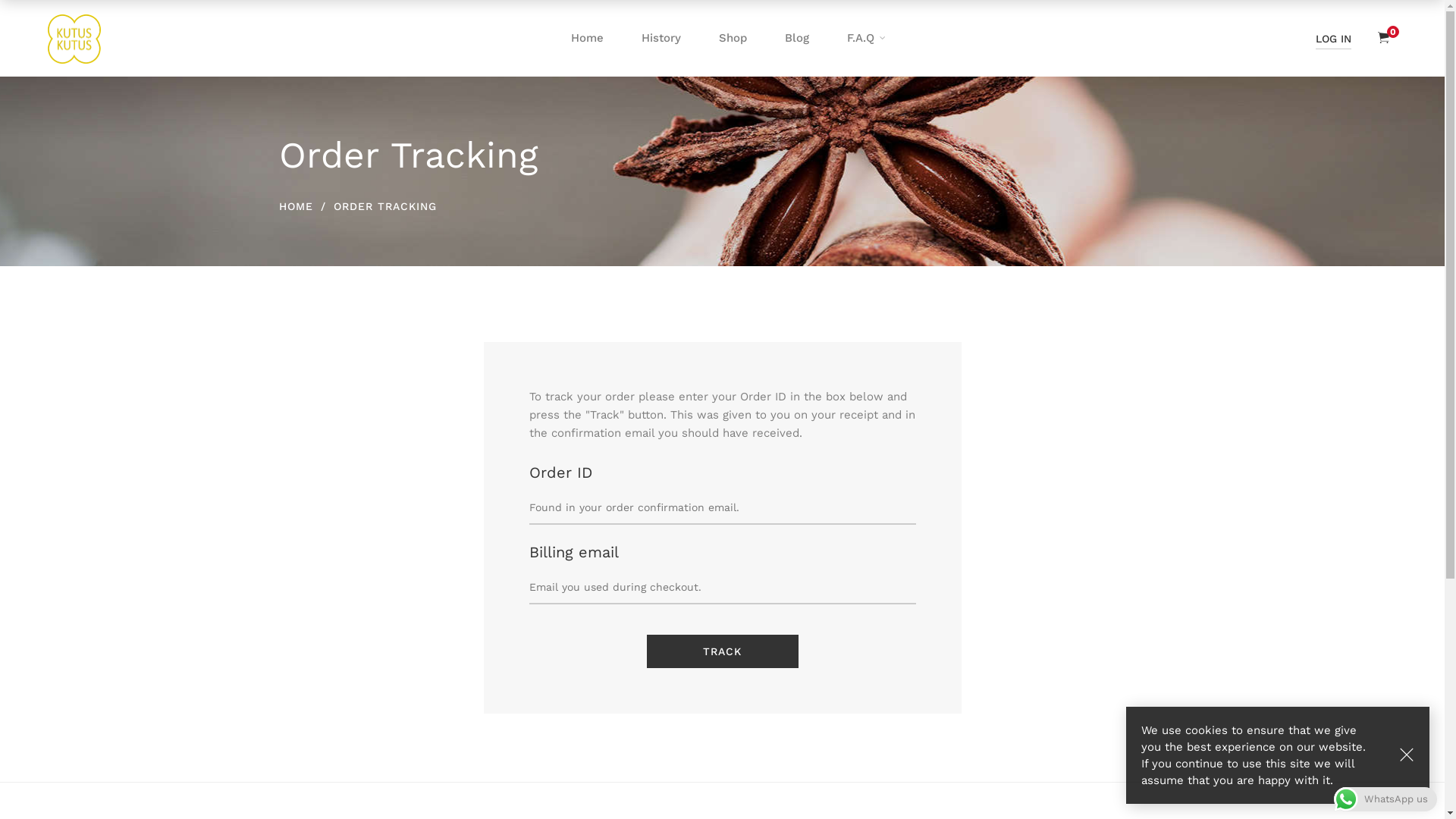 Image resolution: width=1456 pixels, height=819 pixels. Describe the element at coordinates (765, 37) in the screenshot. I see `'Blog'` at that location.